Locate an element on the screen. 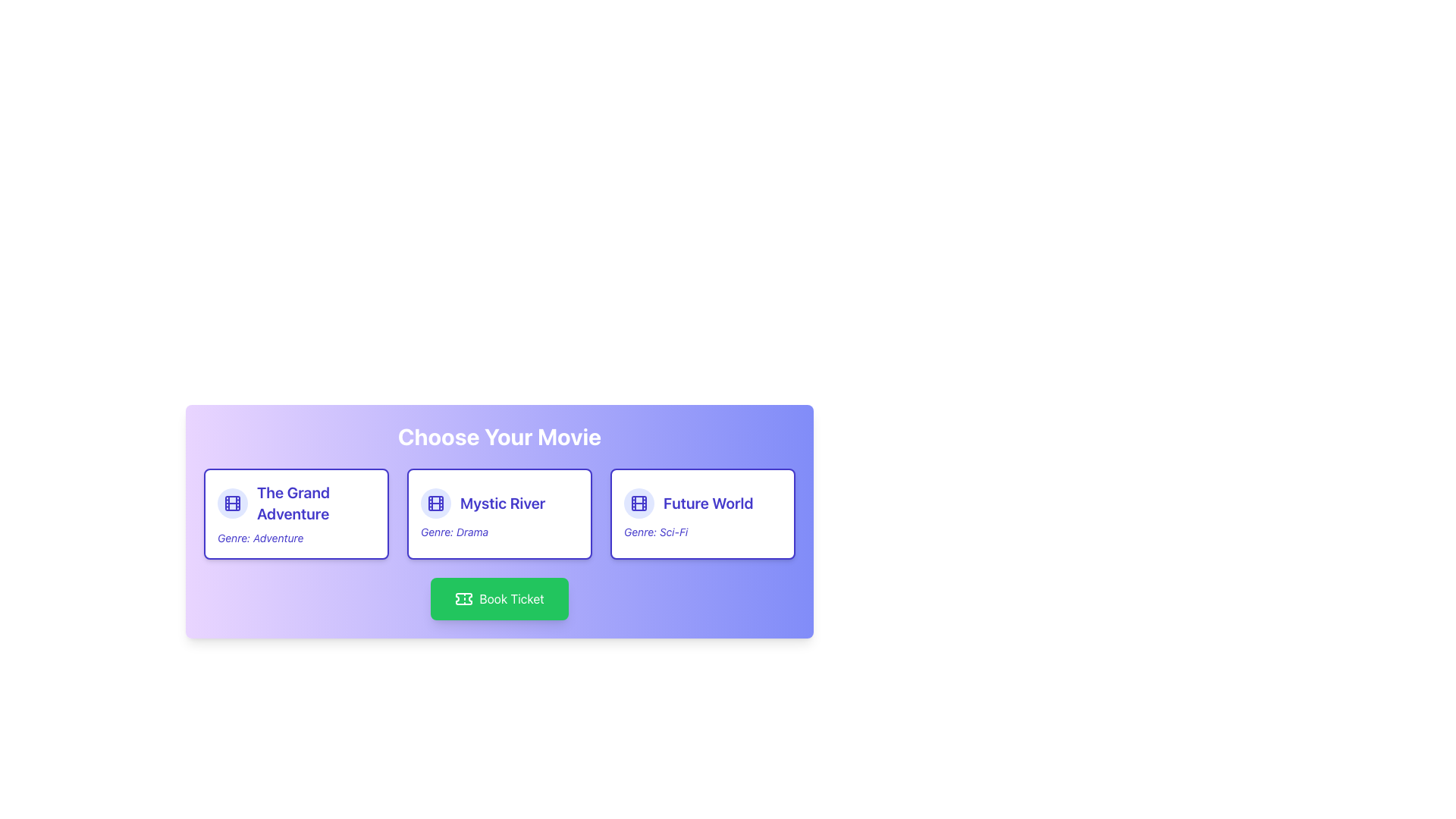 This screenshot has height=819, width=1456. the movie title text label displaying 'Mystic River', which is centered in the movie selection card is located at coordinates (499, 503).